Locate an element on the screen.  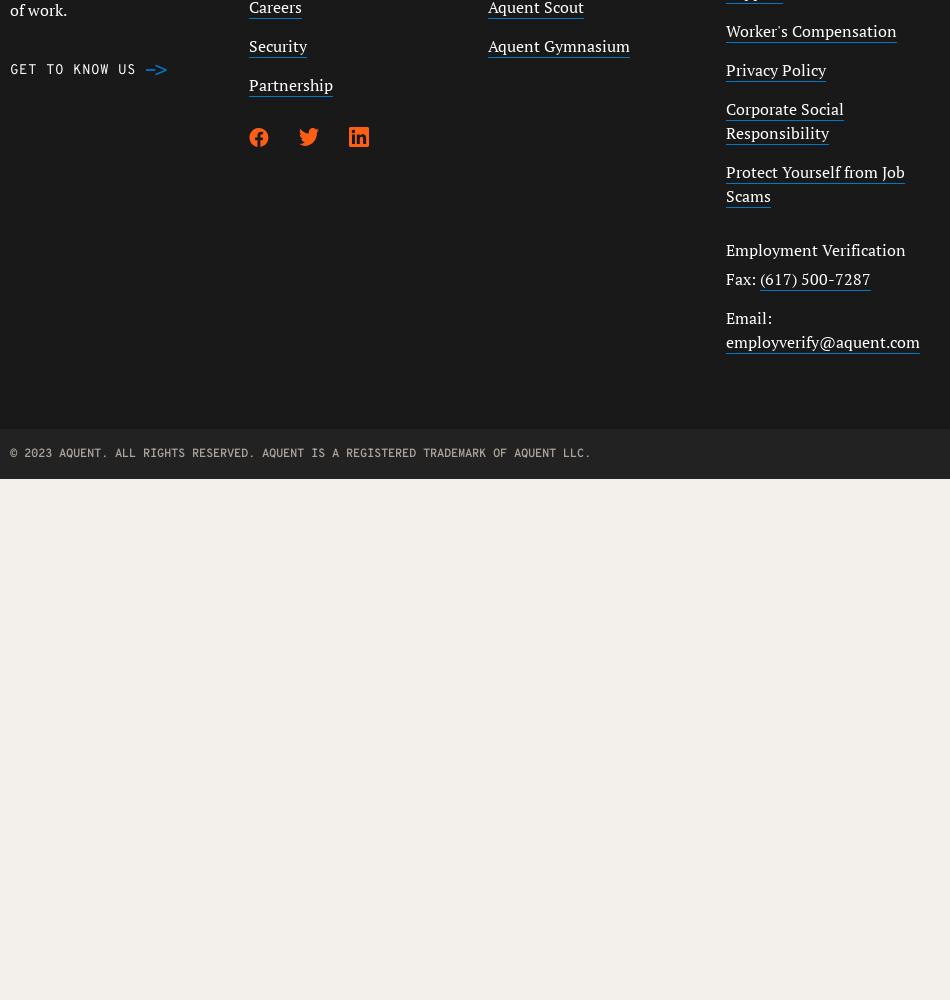
'© 2023 AQUENT.
            ALL RIGHTS RESERVED. AQUENT IS A REGISTERED TRADEMARK OF AQUENT LLC.' is located at coordinates (299, 453).